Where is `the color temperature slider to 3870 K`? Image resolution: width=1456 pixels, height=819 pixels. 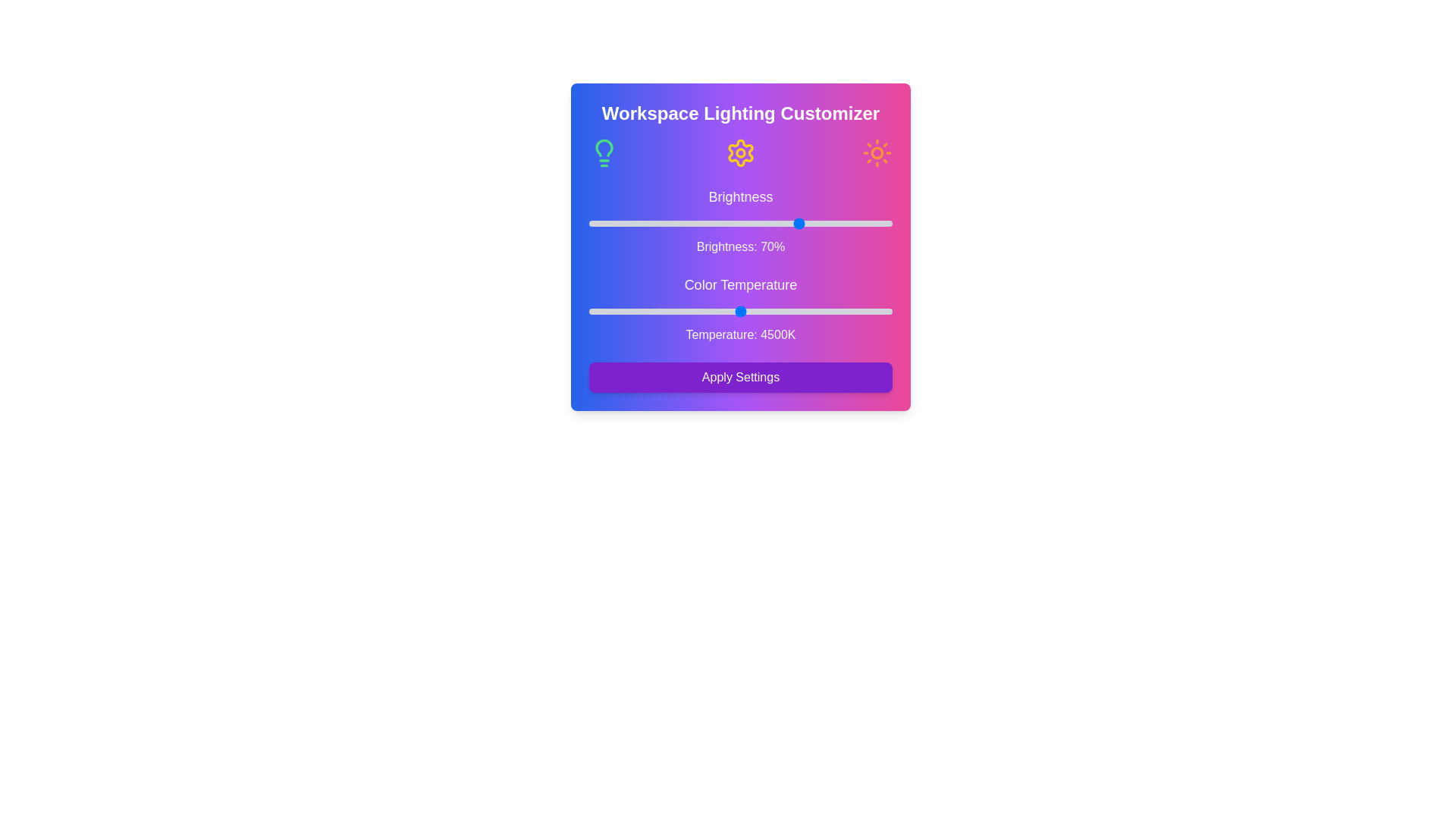
the color temperature slider to 3870 K is located at coordinates (692, 311).